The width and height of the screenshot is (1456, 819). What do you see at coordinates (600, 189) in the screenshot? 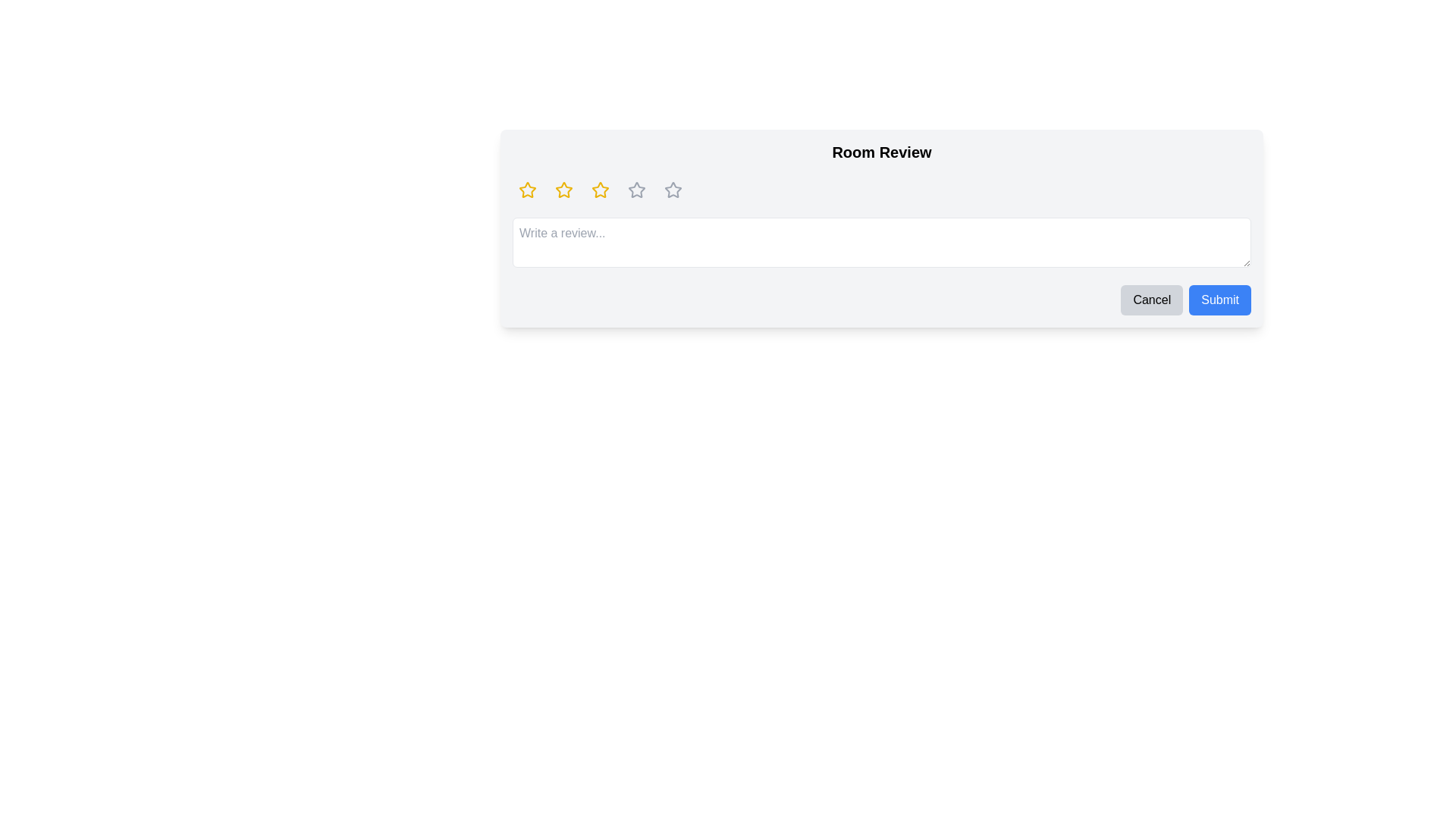
I see `the third star in the five-star rating system` at bounding box center [600, 189].